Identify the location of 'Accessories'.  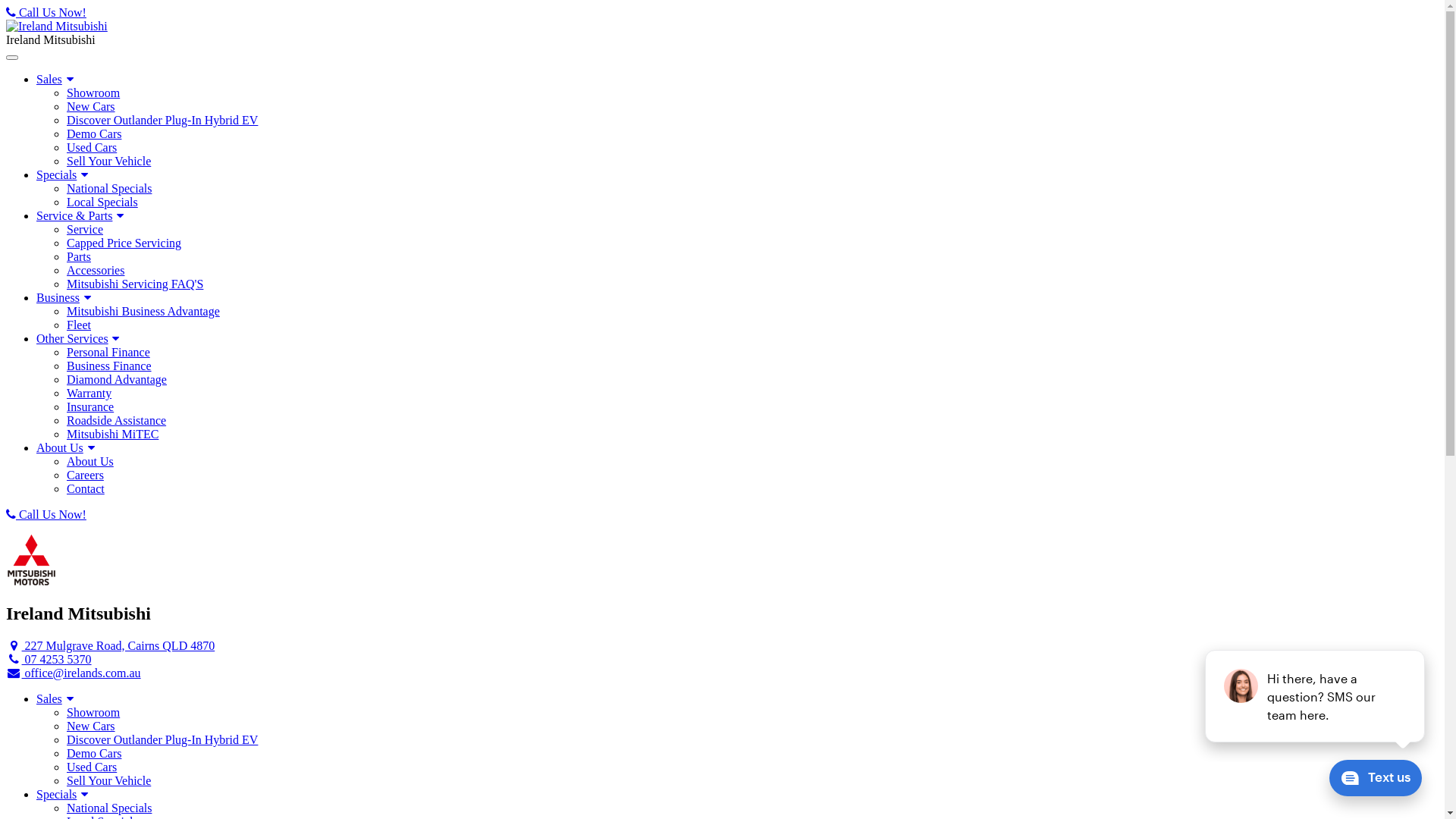
(65, 270).